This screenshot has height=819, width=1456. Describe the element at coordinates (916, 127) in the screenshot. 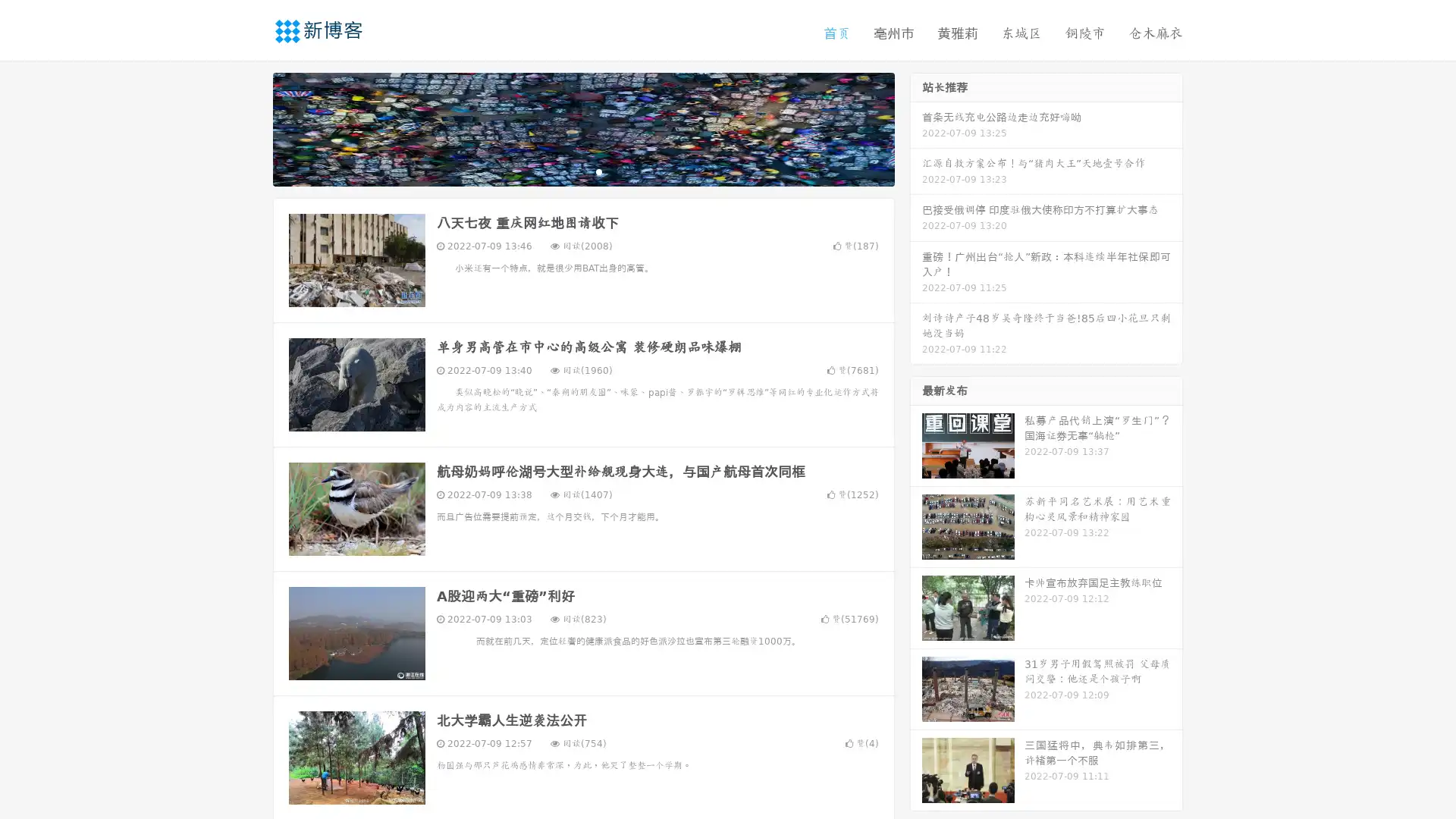

I see `Next slide` at that location.